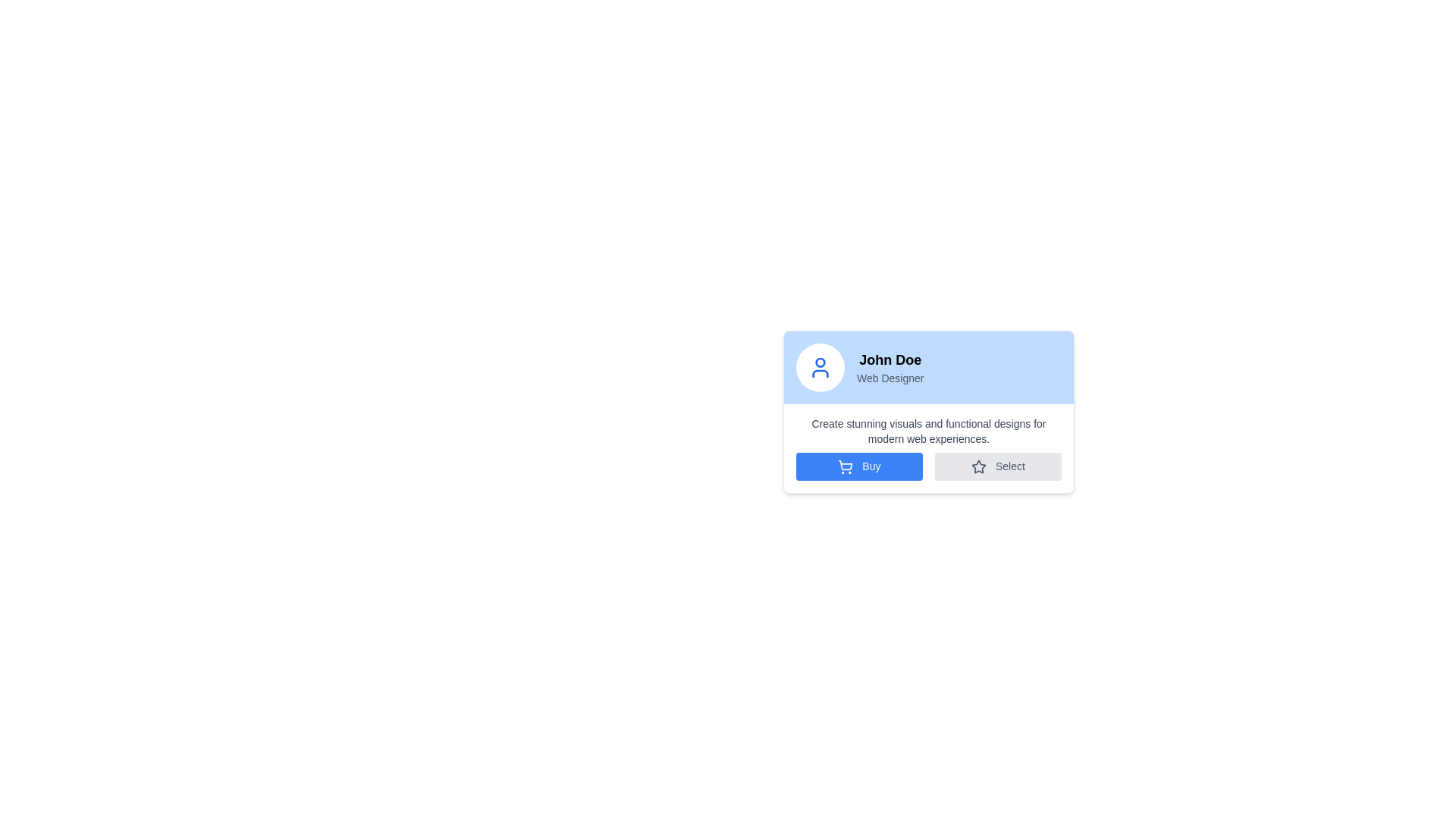 The image size is (1456, 819). I want to click on the bold text label reading 'John Doe', so click(890, 359).